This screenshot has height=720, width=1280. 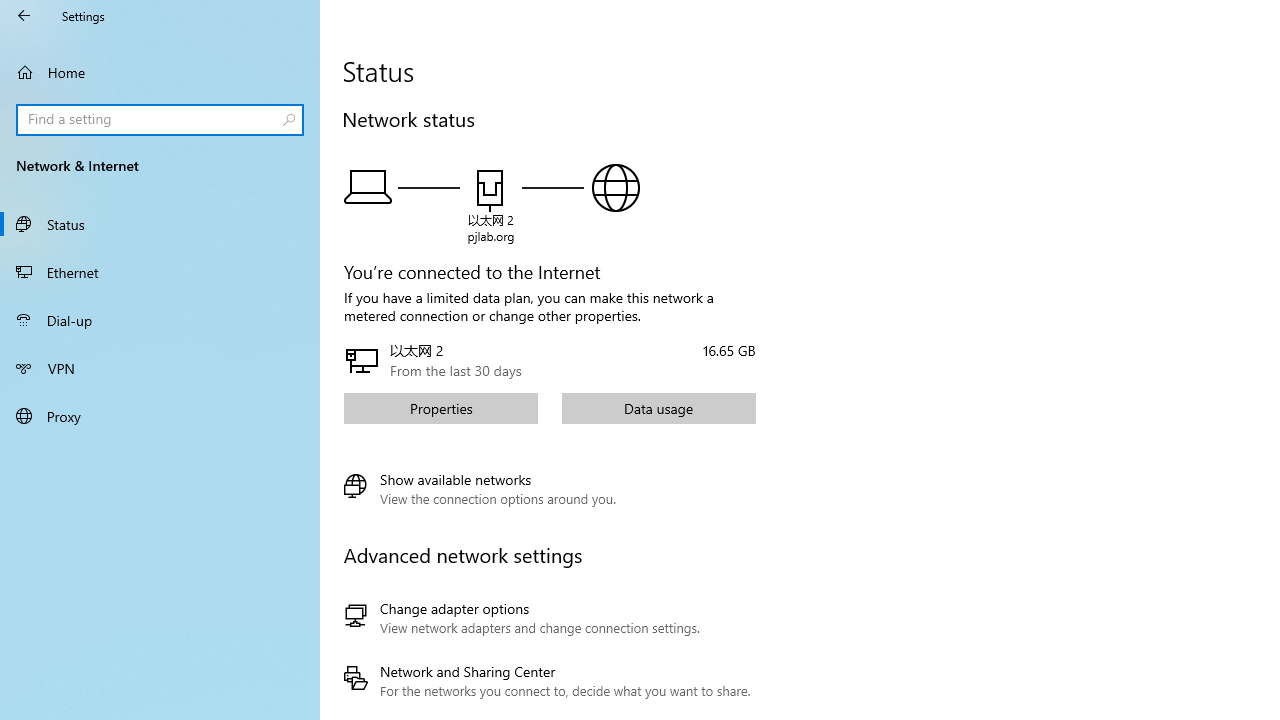 What do you see at coordinates (160, 414) in the screenshot?
I see `'Proxy'` at bounding box center [160, 414].